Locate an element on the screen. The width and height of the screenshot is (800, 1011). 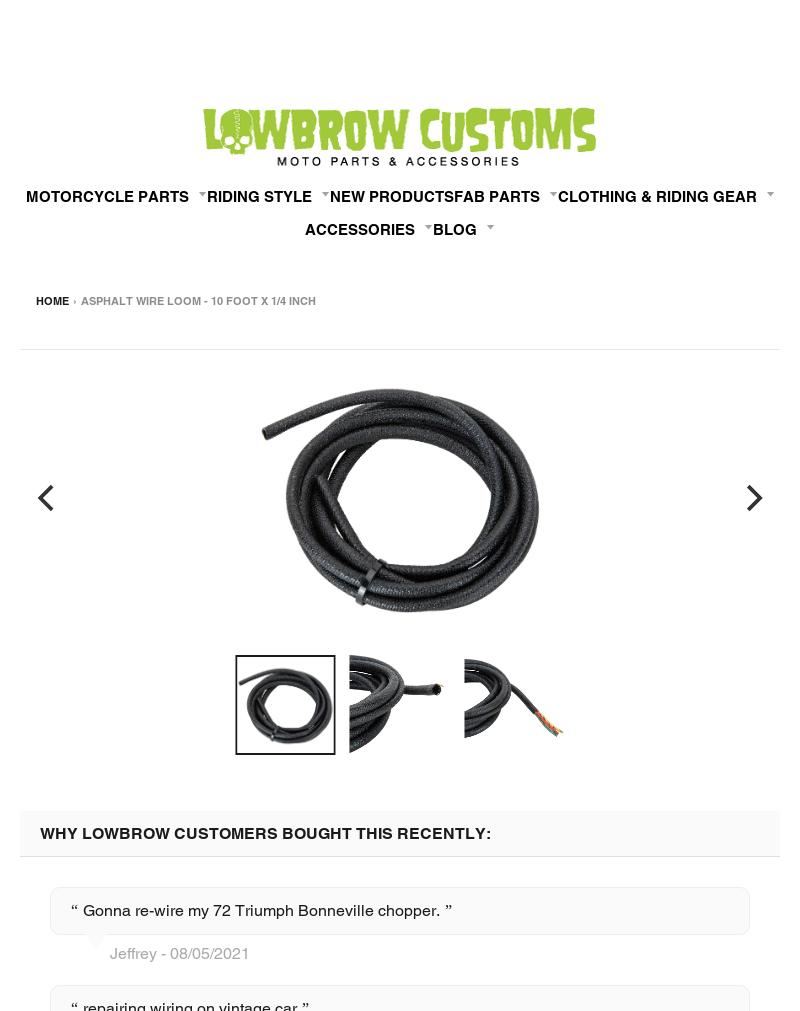
'As always, great quality and fast shipping. Looks good, too. A+' is located at coordinates (222, 345).